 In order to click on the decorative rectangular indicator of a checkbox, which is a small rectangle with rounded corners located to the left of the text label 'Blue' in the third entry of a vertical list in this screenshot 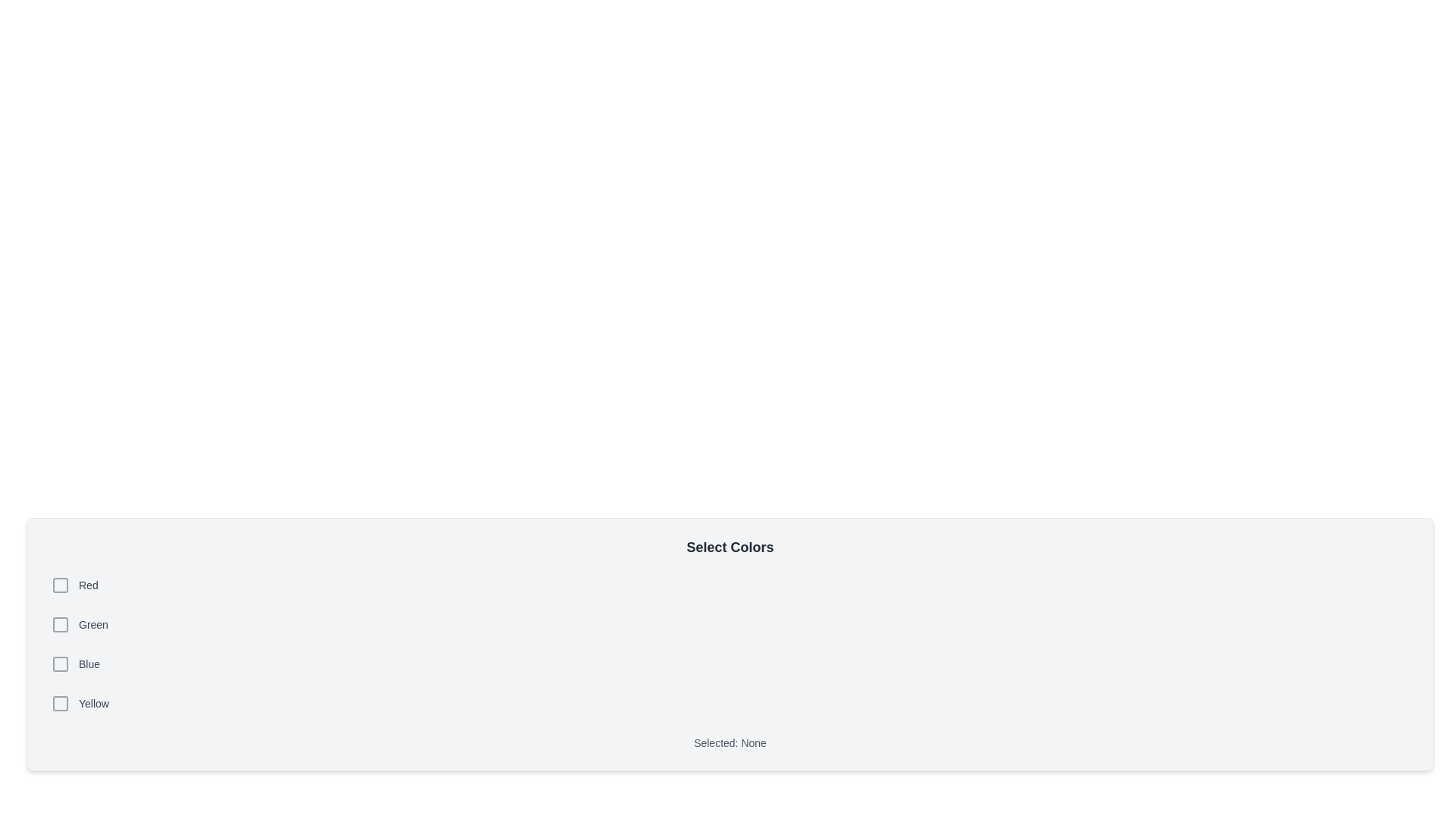, I will do `click(61, 663)`.